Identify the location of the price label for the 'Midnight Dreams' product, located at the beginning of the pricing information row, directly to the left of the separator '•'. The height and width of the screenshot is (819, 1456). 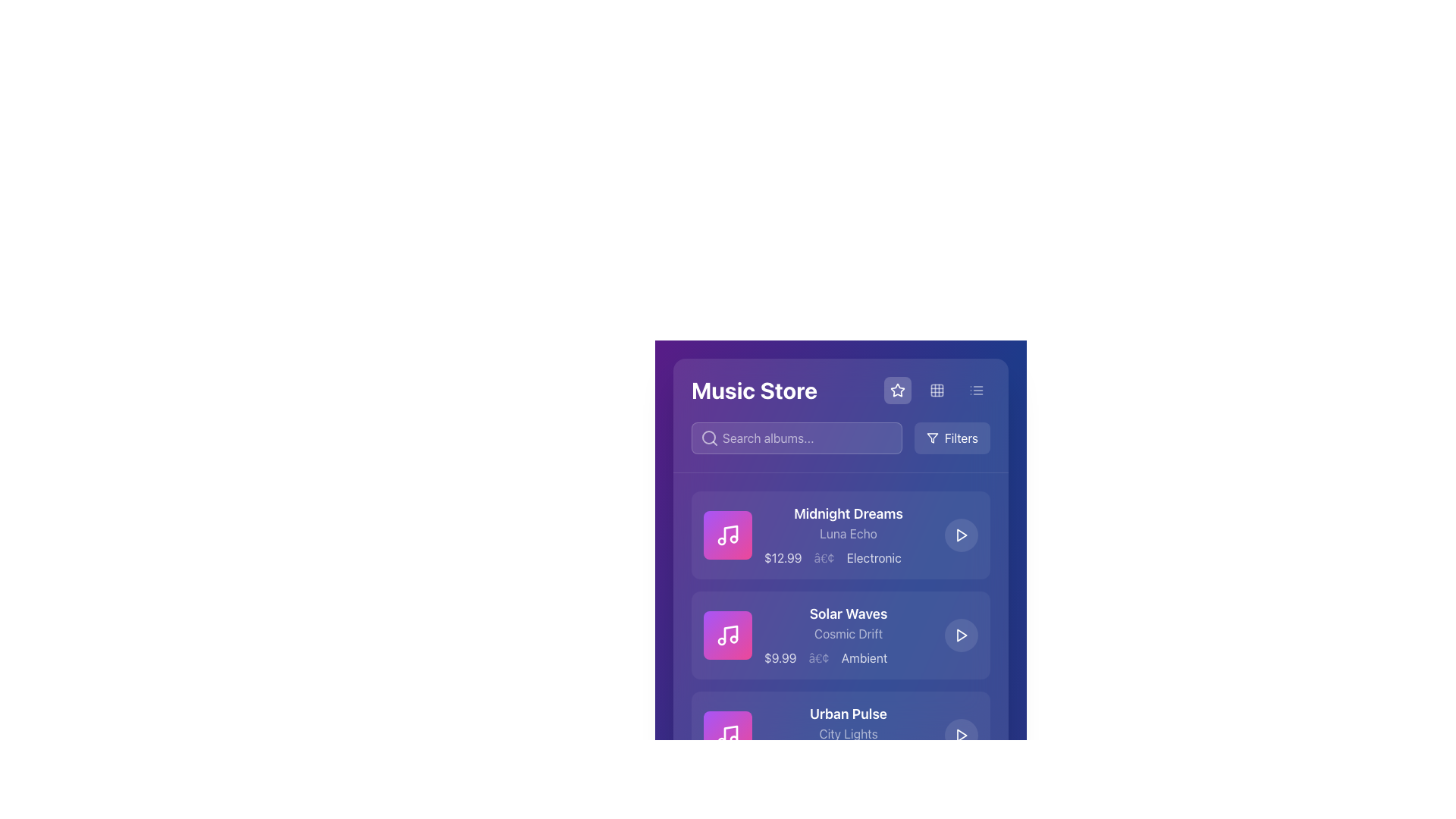
(783, 558).